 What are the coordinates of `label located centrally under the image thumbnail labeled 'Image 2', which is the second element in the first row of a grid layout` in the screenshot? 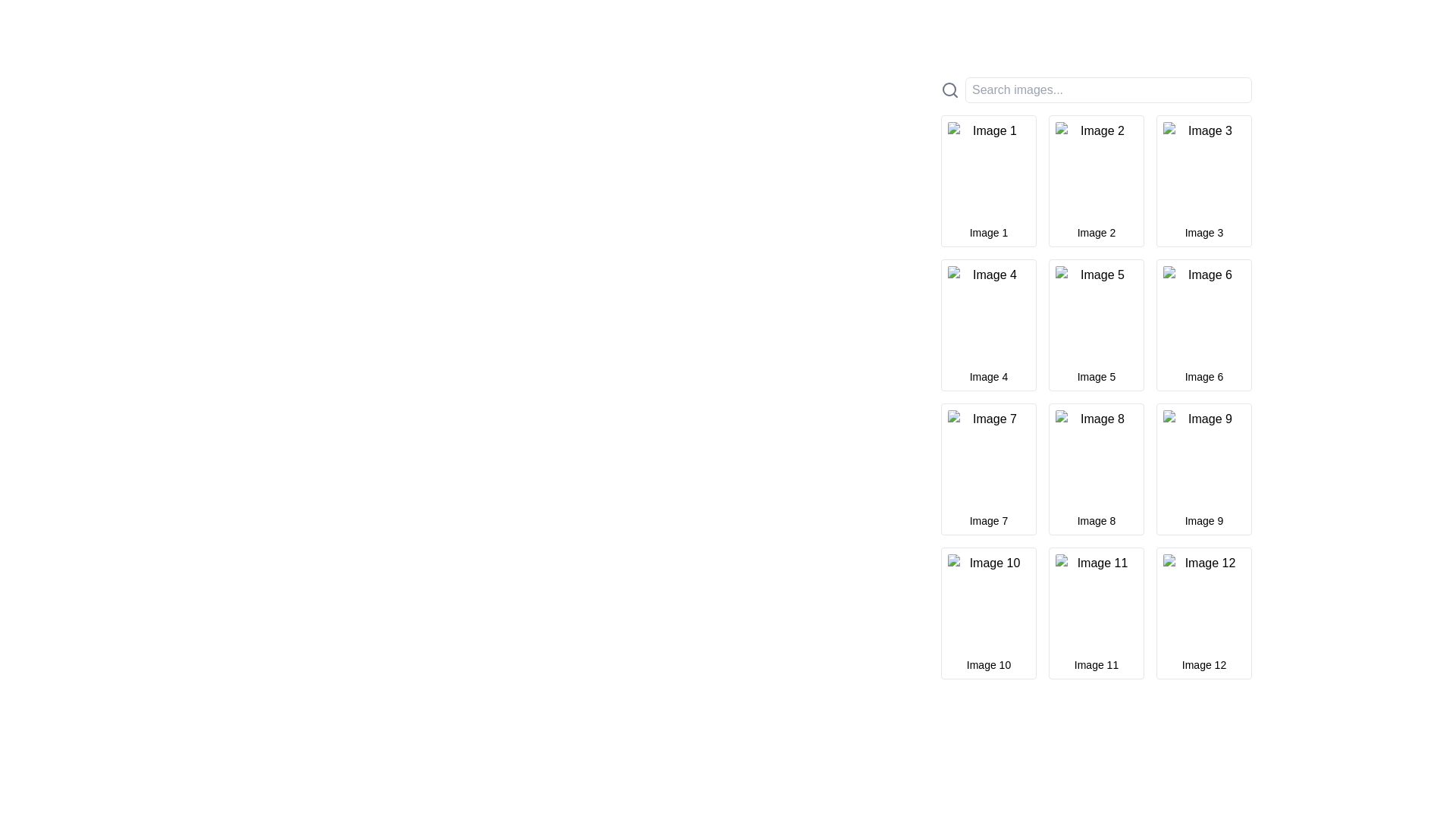 It's located at (1096, 233).